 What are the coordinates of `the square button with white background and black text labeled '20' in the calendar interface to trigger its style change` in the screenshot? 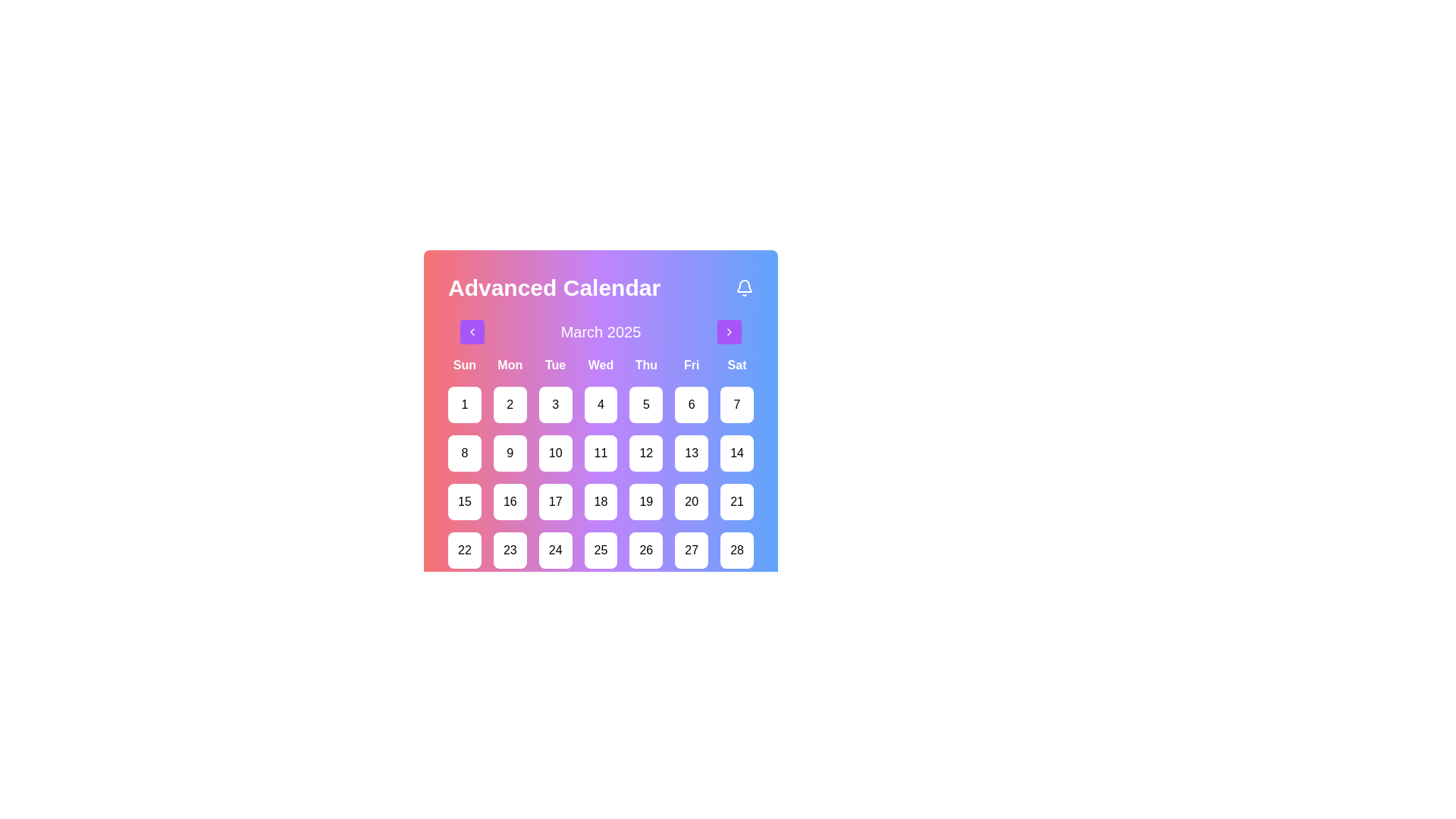 It's located at (691, 502).